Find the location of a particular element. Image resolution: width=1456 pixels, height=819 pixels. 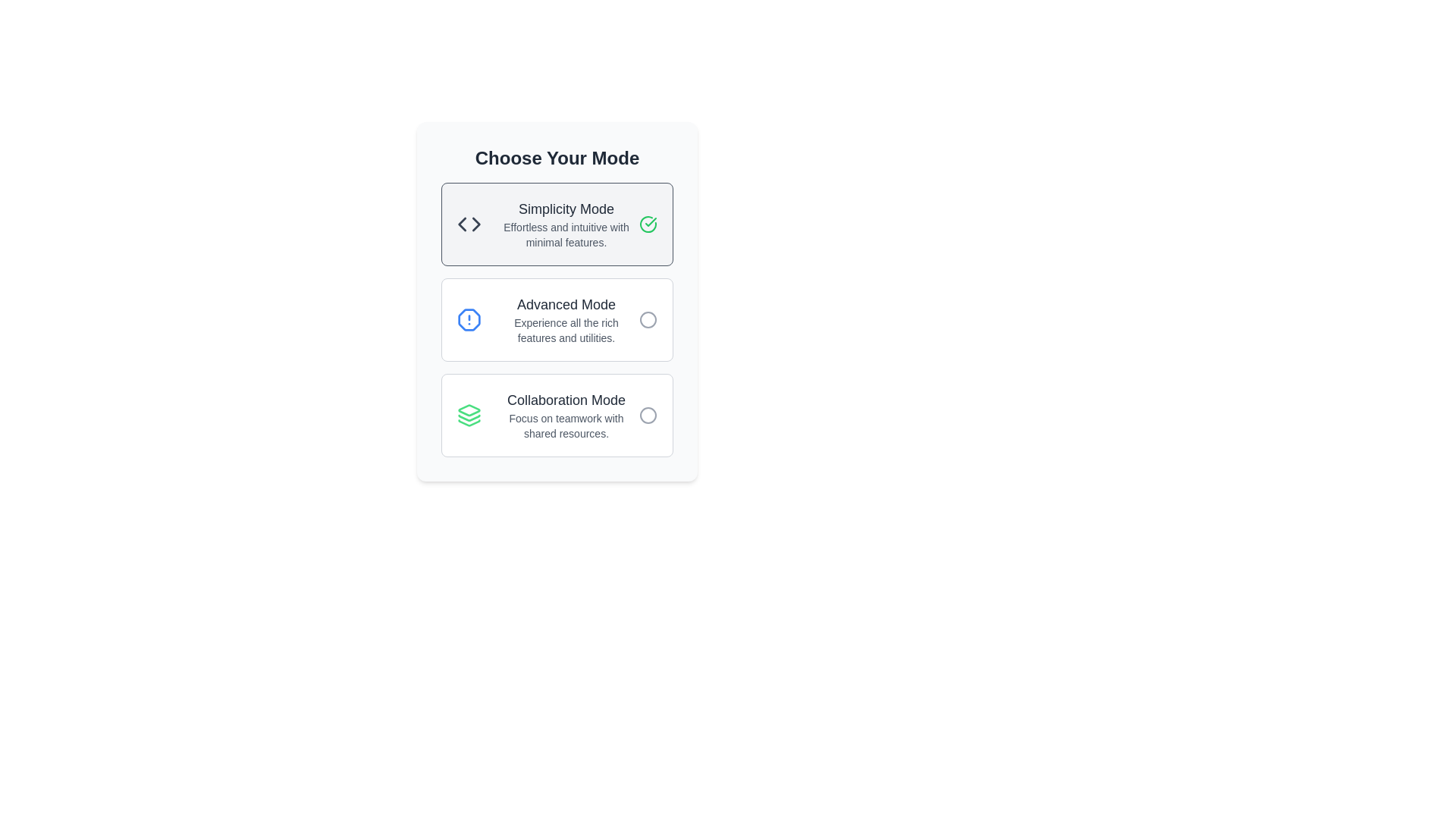

the selectable option for 'Collaboration Mode' located under 'Choose Your Mode' is located at coordinates (566, 415).